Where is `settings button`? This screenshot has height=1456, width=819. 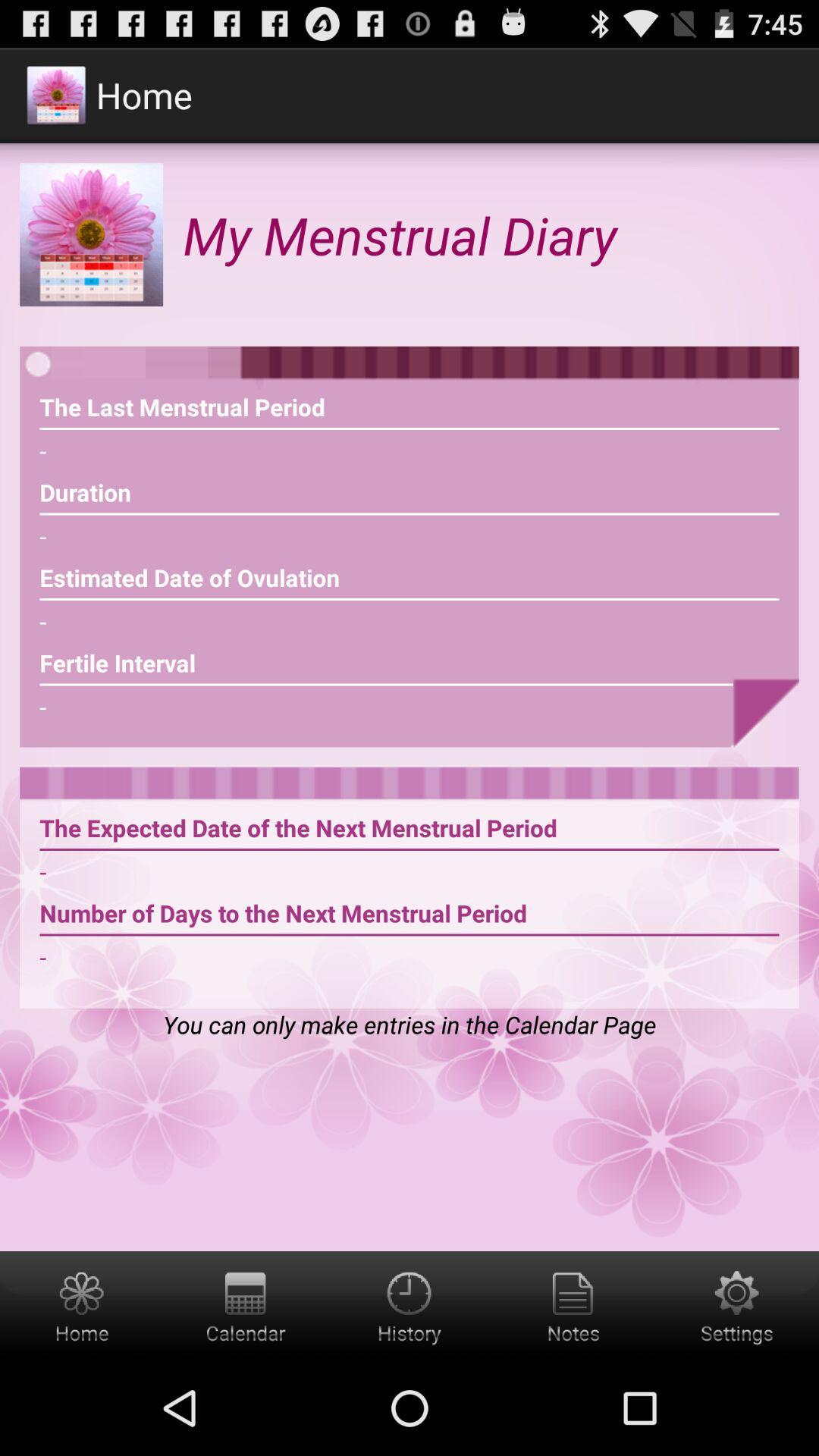 settings button is located at coordinates (736, 1305).